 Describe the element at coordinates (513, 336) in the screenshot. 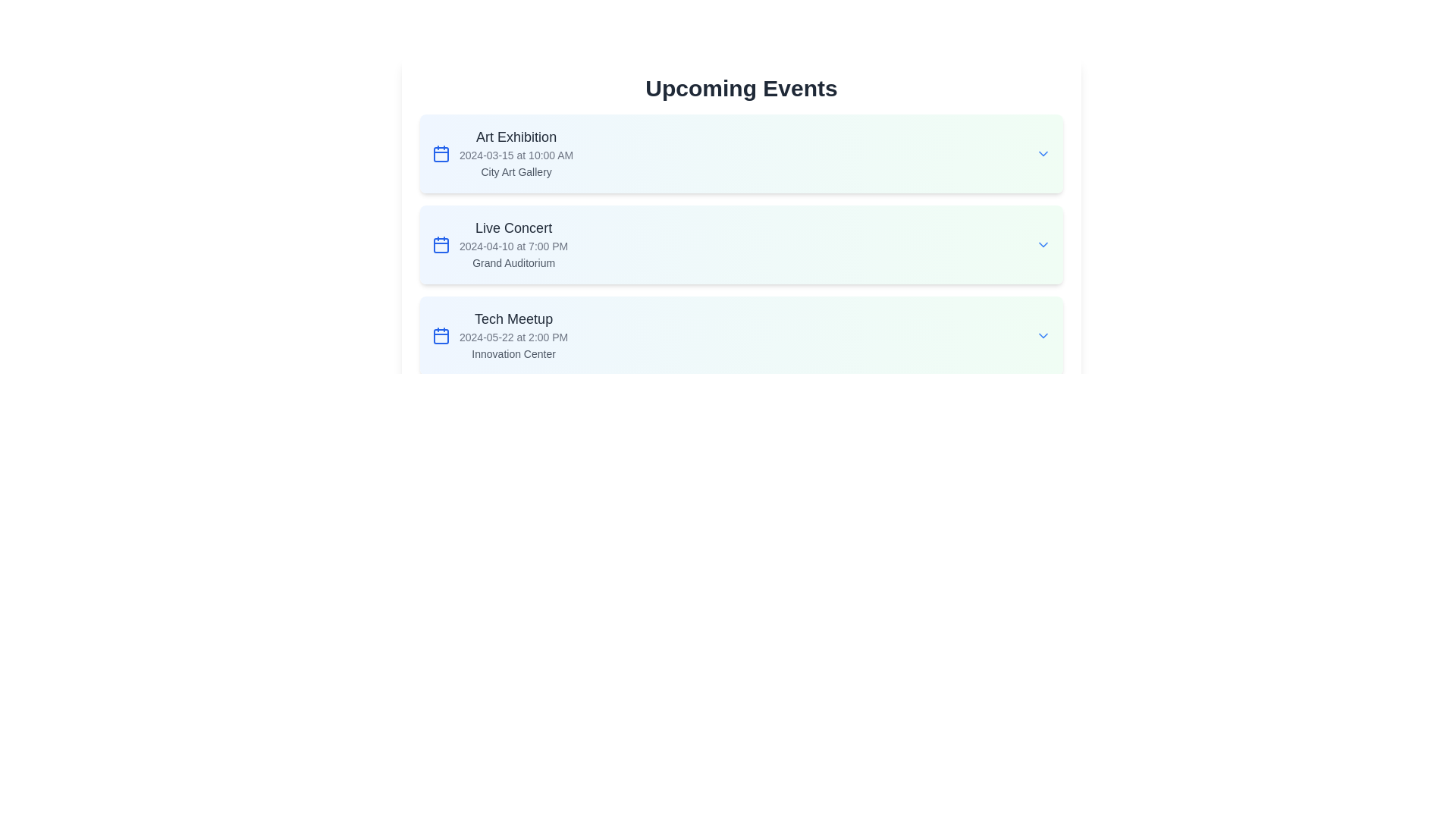

I see `the text element that informs the user of the scheduled date and time for the 'Tech Meetup' event, located in the 'Tech Meetup' section of the 'Upcoming Events' panel` at that location.